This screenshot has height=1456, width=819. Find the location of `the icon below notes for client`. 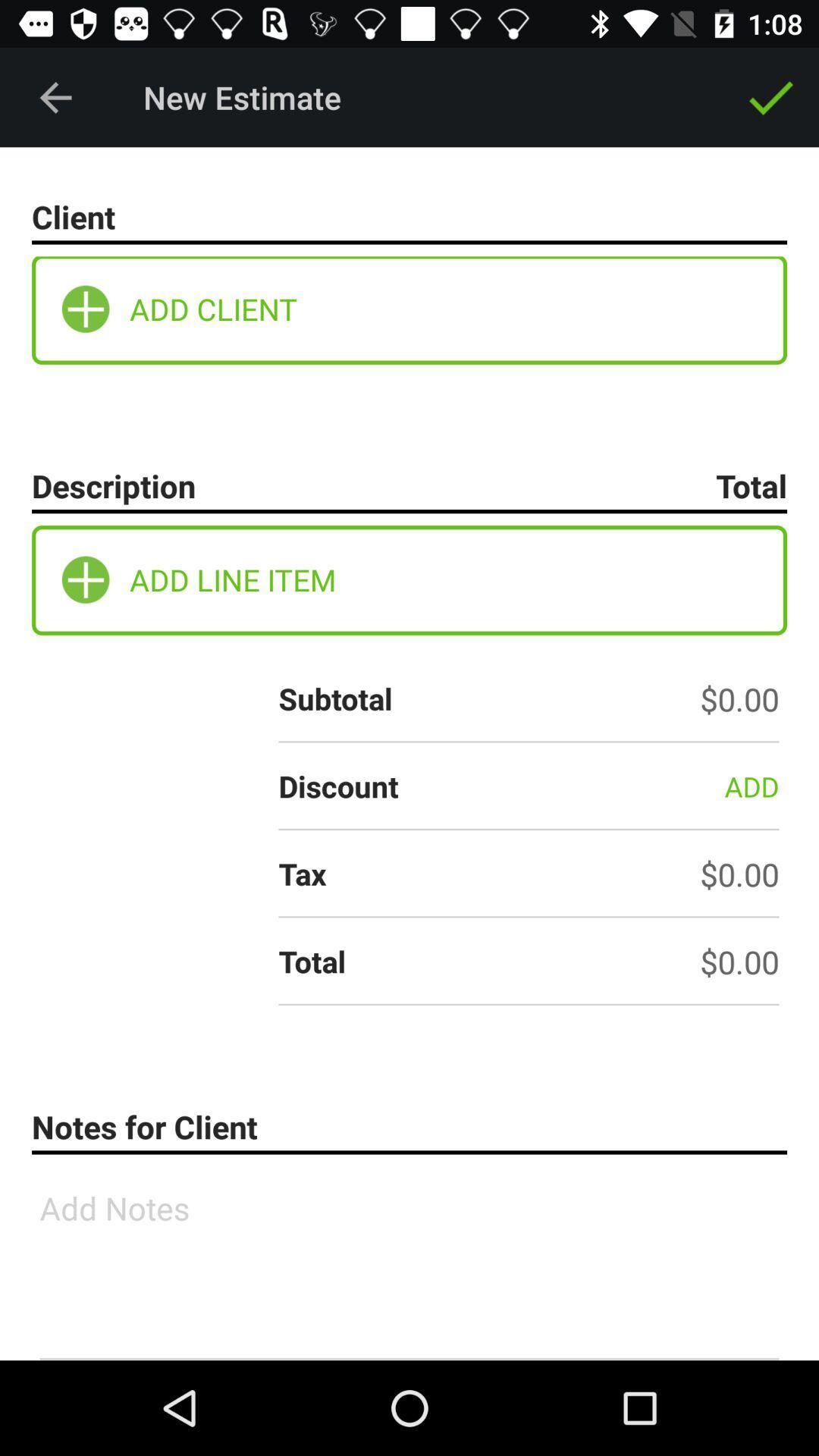

the icon below notes for client is located at coordinates (409, 1263).